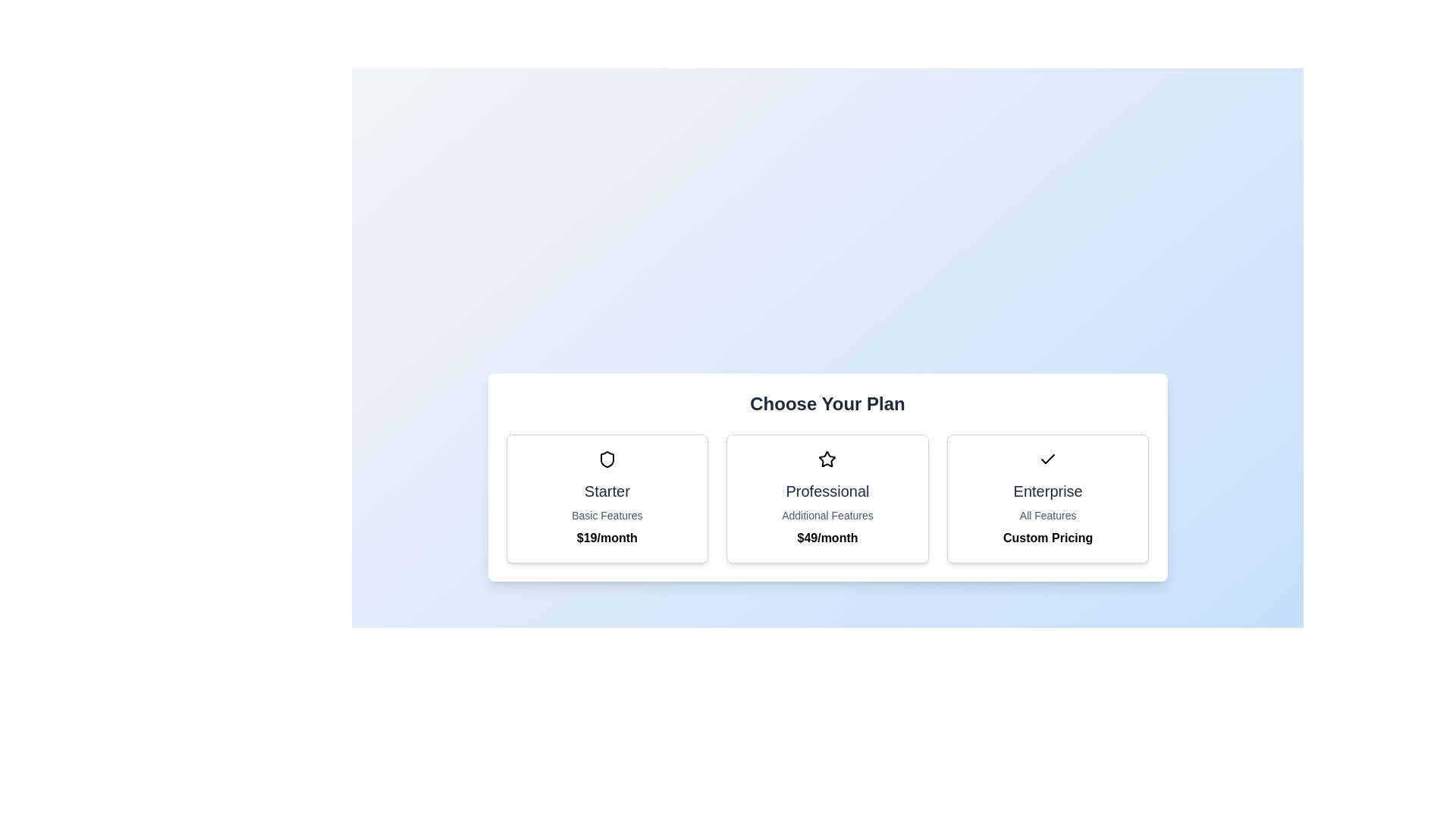 The image size is (1456, 819). I want to click on the non-interactive text label that provides supplementary information for the 'Professional' plan, located below 'Professional' and above '$49/month', so click(827, 514).